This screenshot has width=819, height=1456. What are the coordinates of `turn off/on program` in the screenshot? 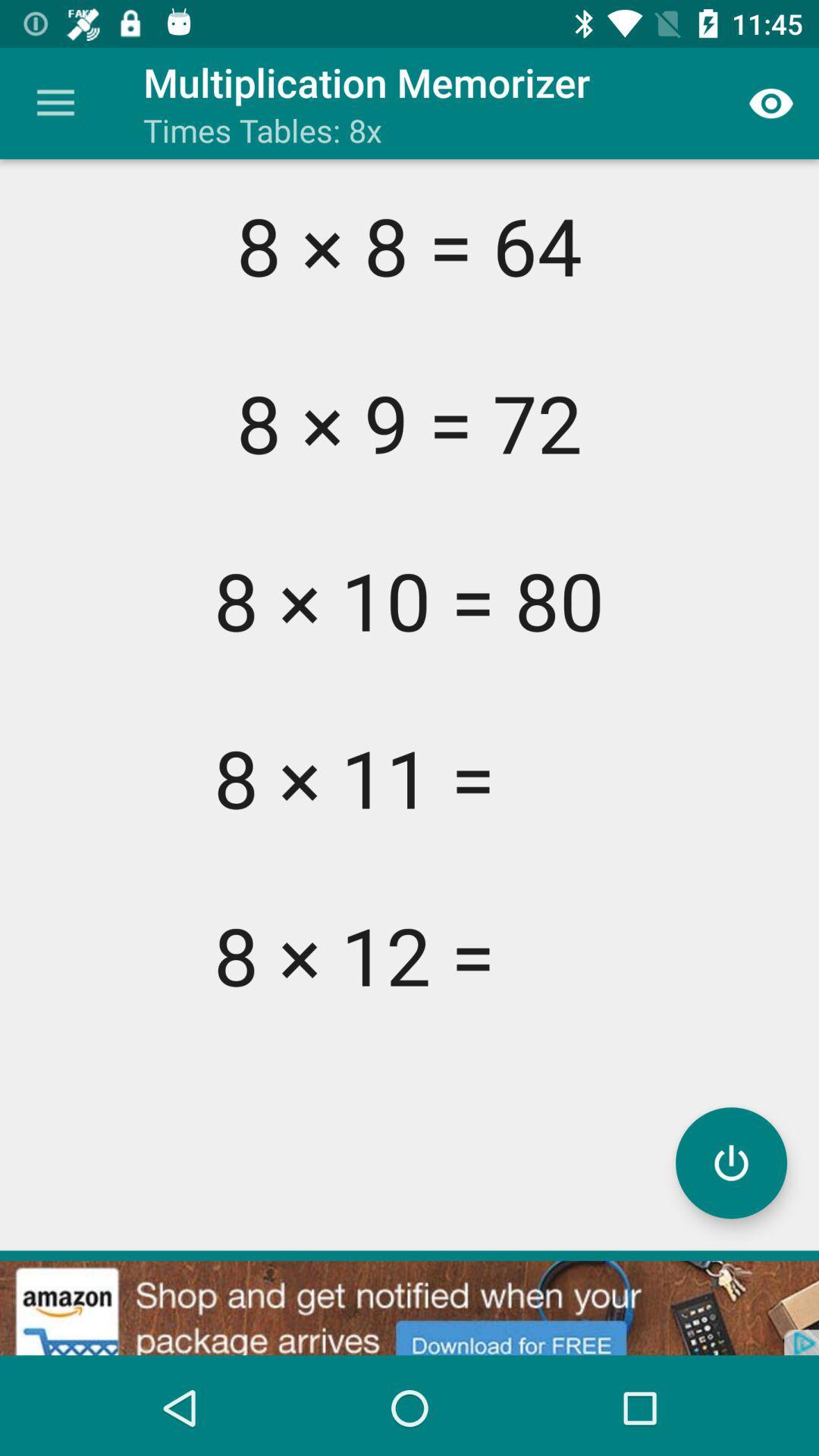 It's located at (730, 1162).